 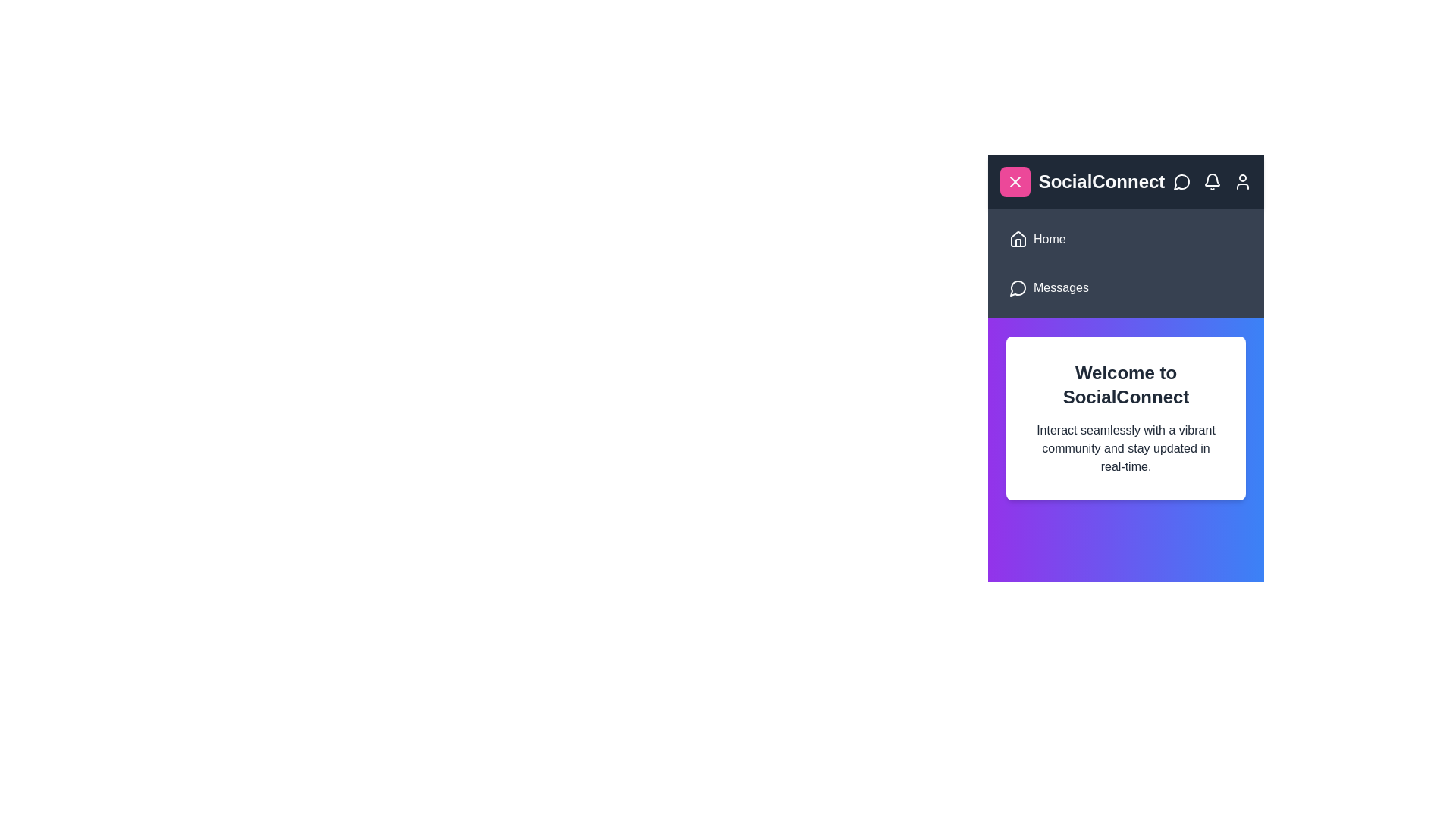 What do you see at coordinates (1015, 180) in the screenshot?
I see `button in the top-left corner of the header to toggle the menu visibility` at bounding box center [1015, 180].